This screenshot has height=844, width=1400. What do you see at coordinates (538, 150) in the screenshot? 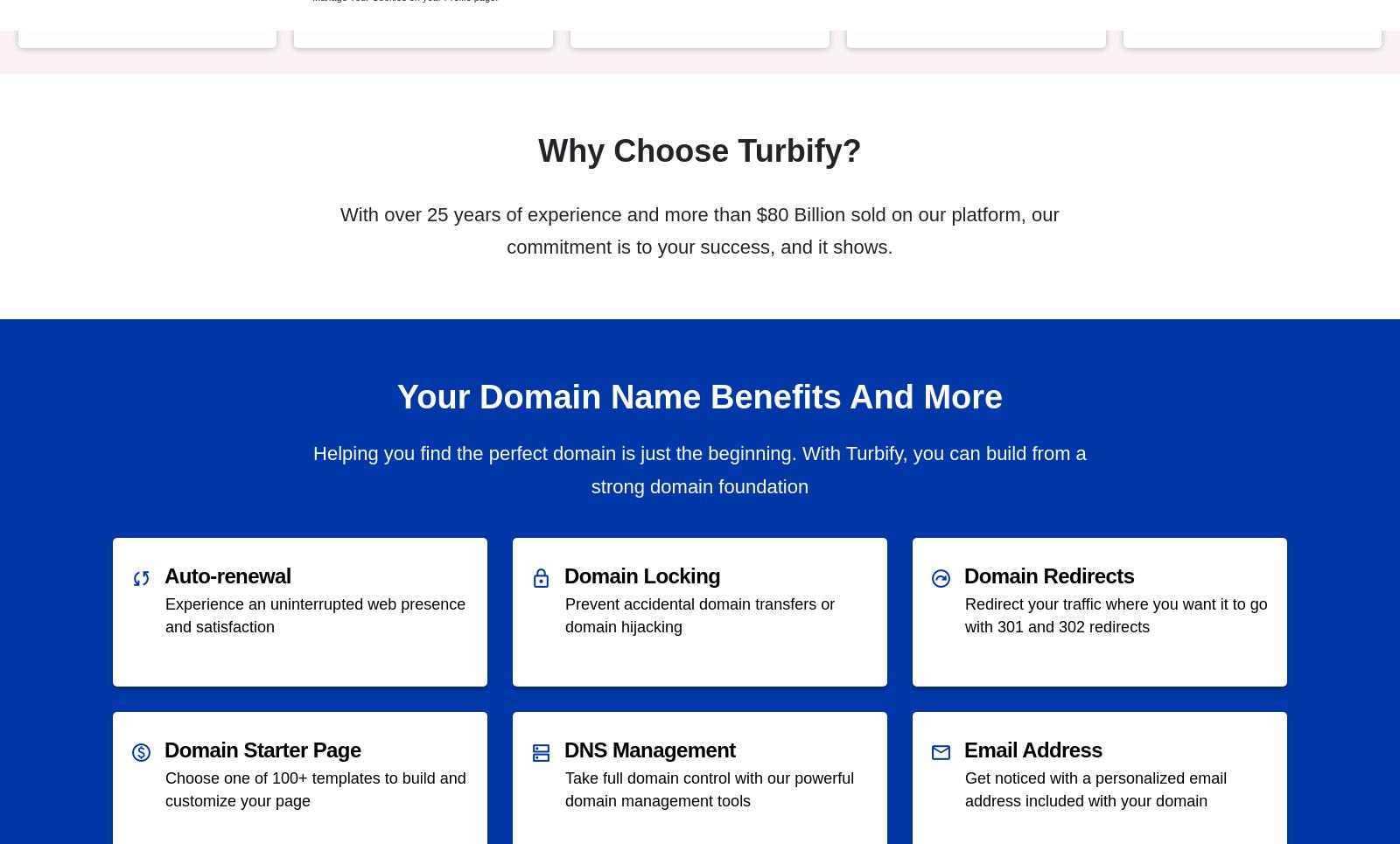
I see `'Why Choose Turbify?'` at bounding box center [538, 150].